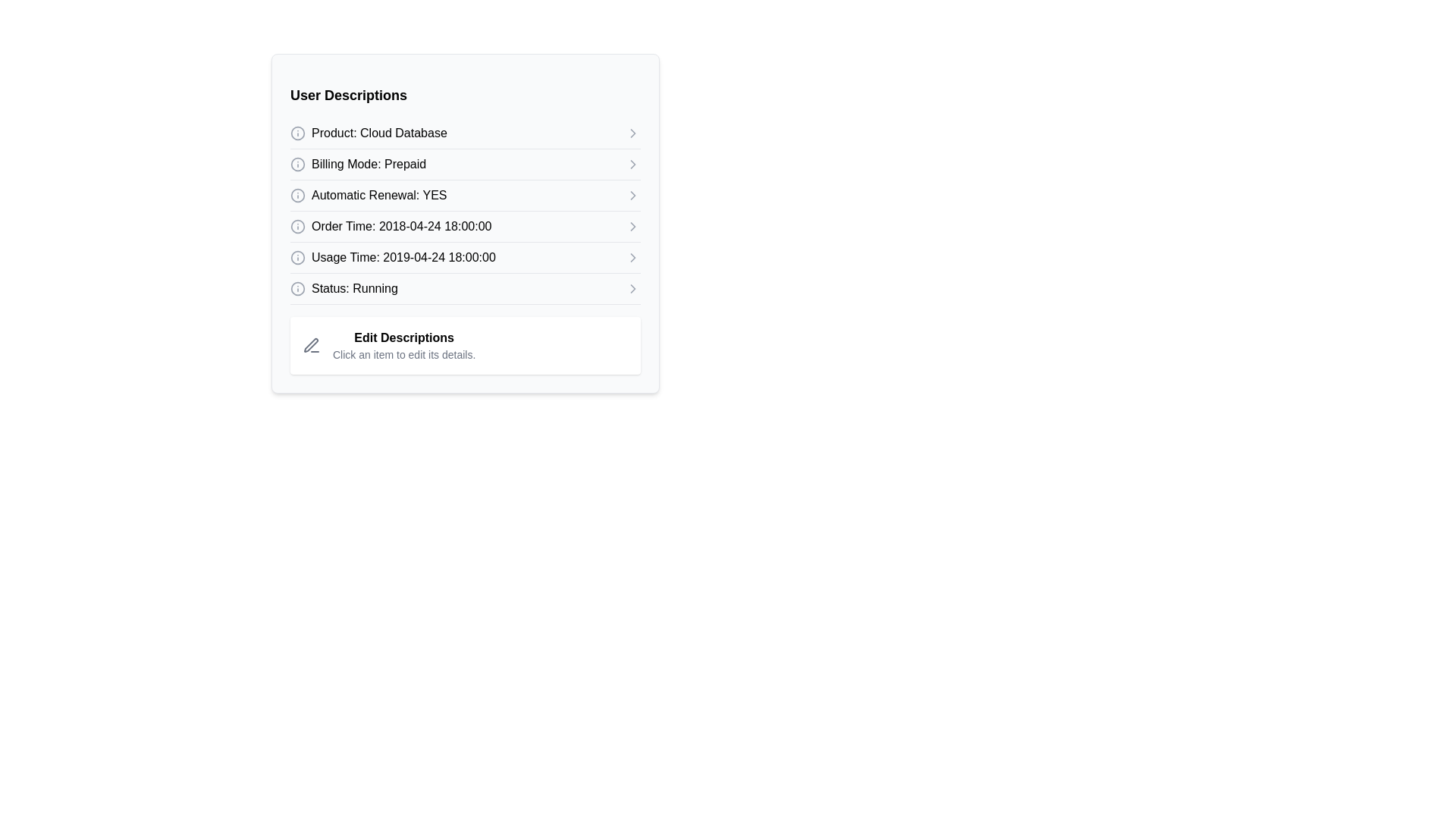 The height and width of the screenshot is (819, 1456). I want to click on the Chevron Icon located on the right side of the 'Order Time: 2018-04-24 18:00:00' row, so click(633, 227).